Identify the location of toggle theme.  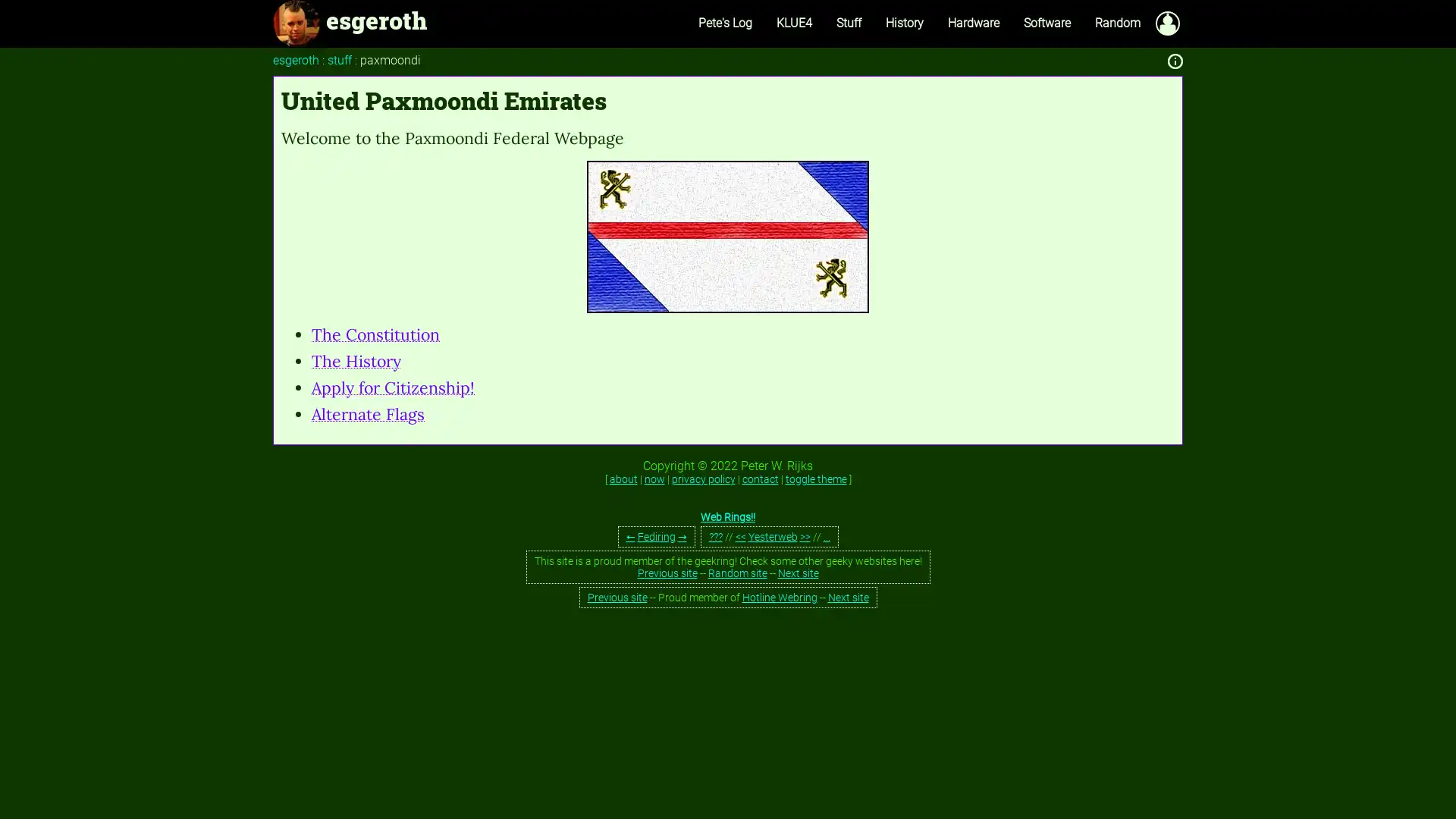
(814, 479).